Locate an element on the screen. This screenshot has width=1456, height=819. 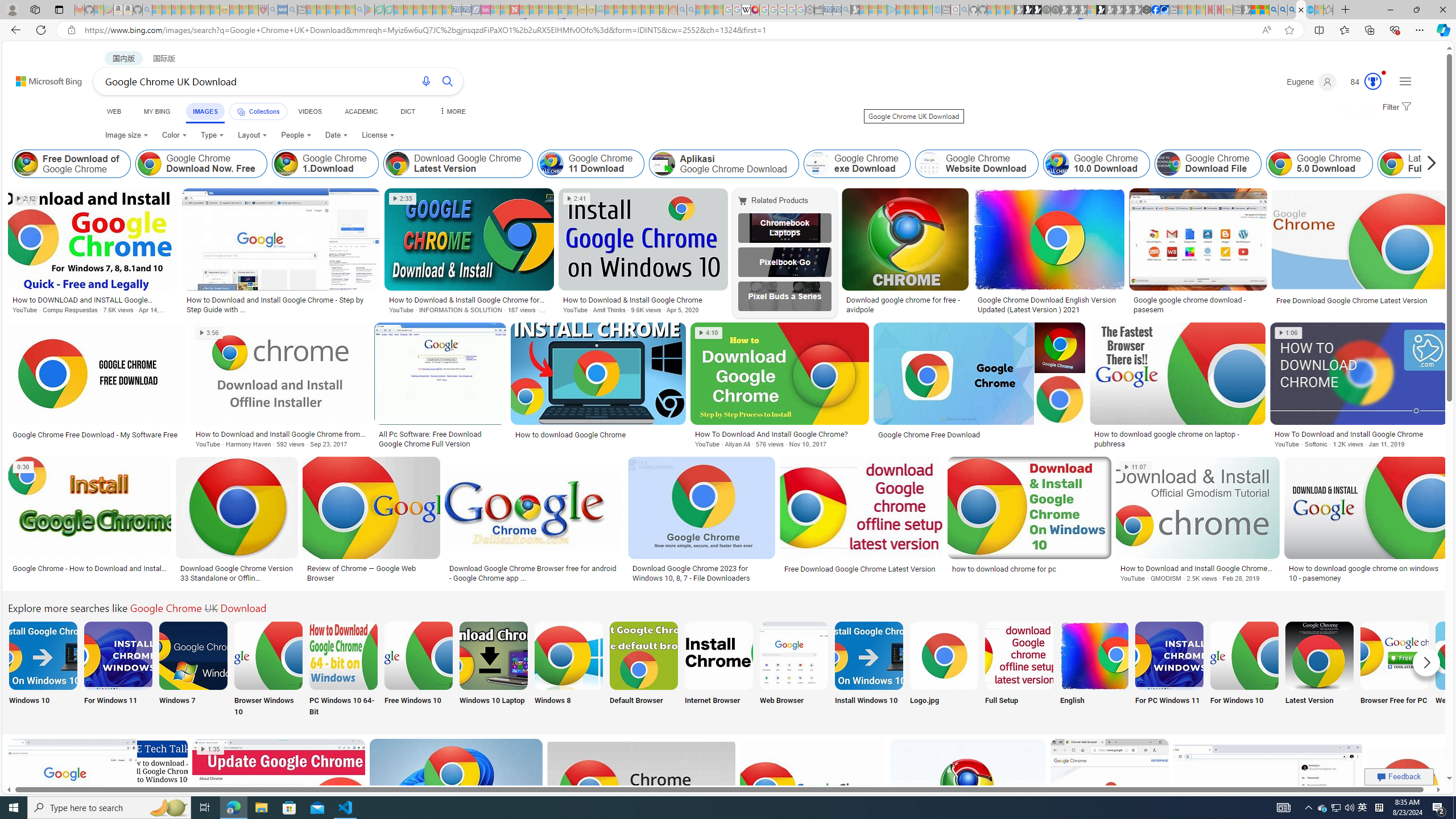
'Full Setup' is located at coordinates (1019, 669).